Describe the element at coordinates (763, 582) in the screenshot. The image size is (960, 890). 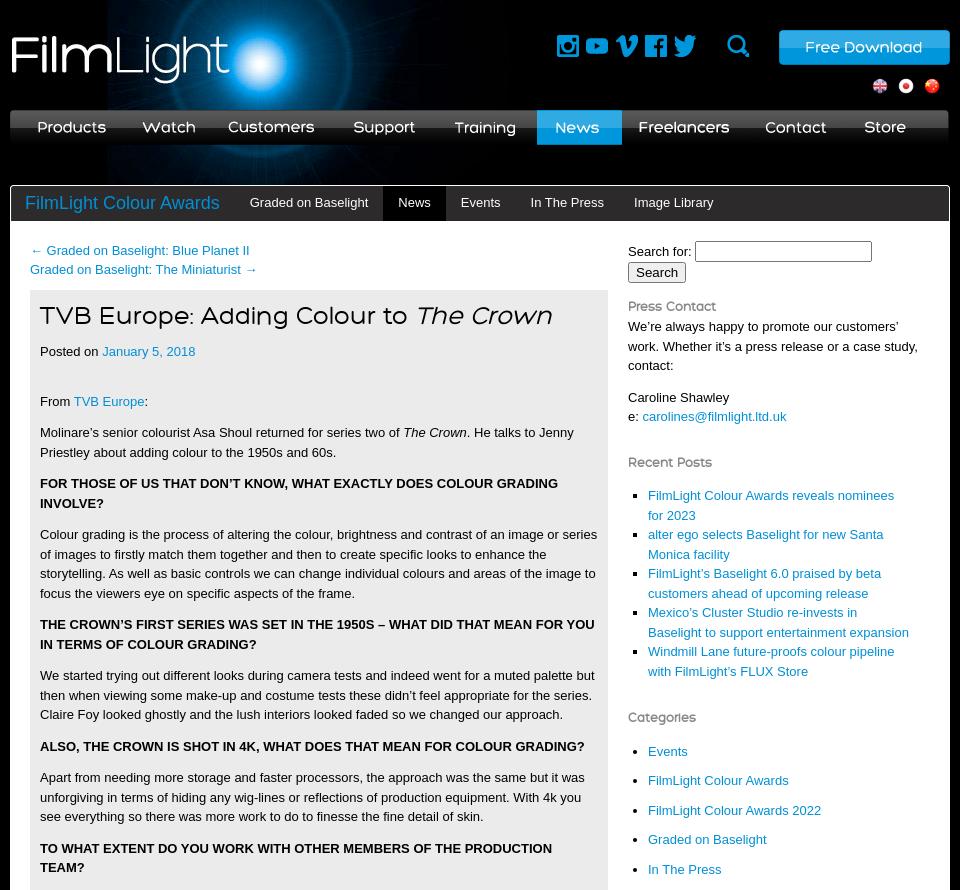
I see `'FilmLight’s Baselight 6.0 praised by beta customers ahead of upcoming release'` at that location.